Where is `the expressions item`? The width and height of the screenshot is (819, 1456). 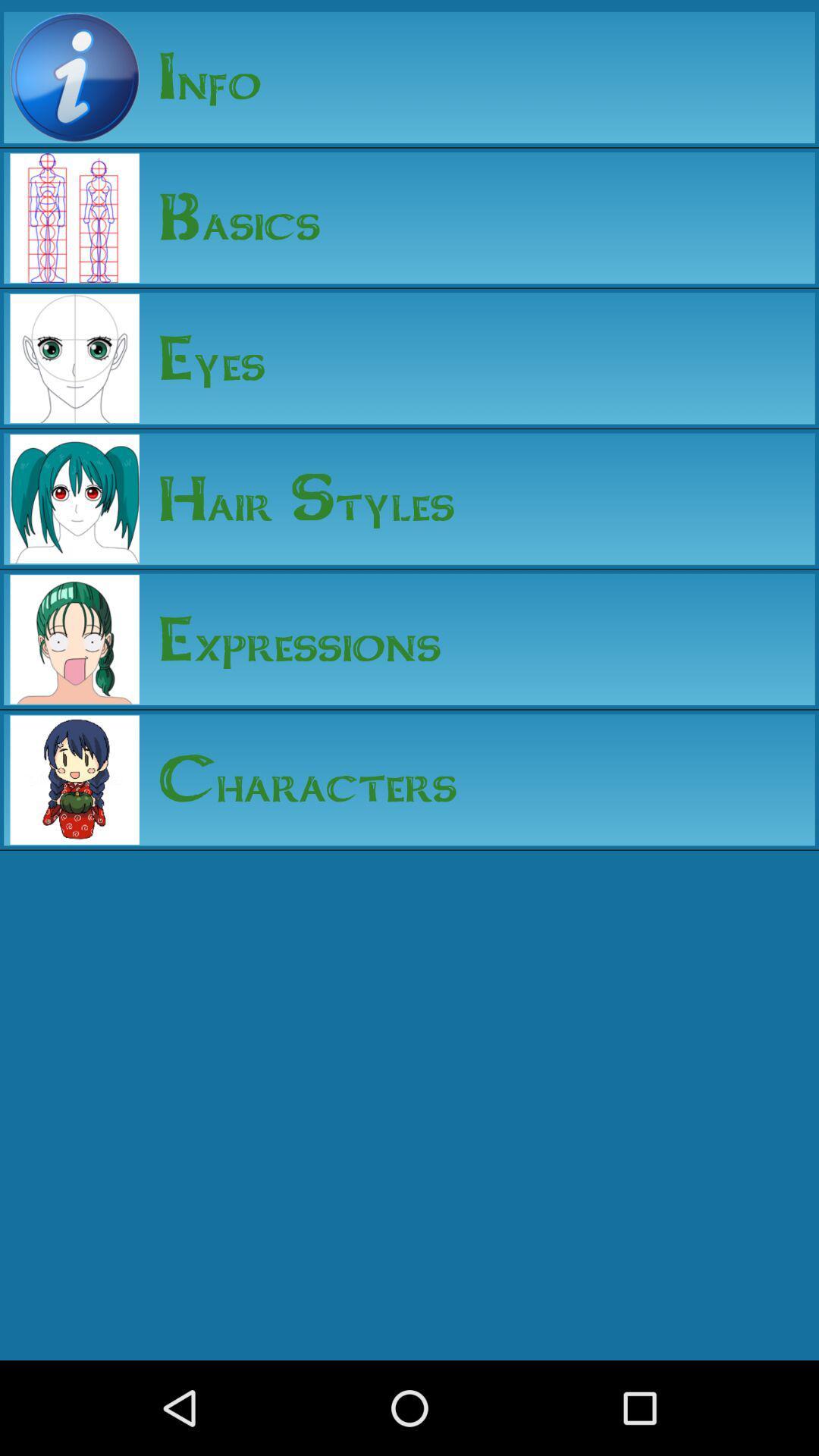
the expressions item is located at coordinates (290, 639).